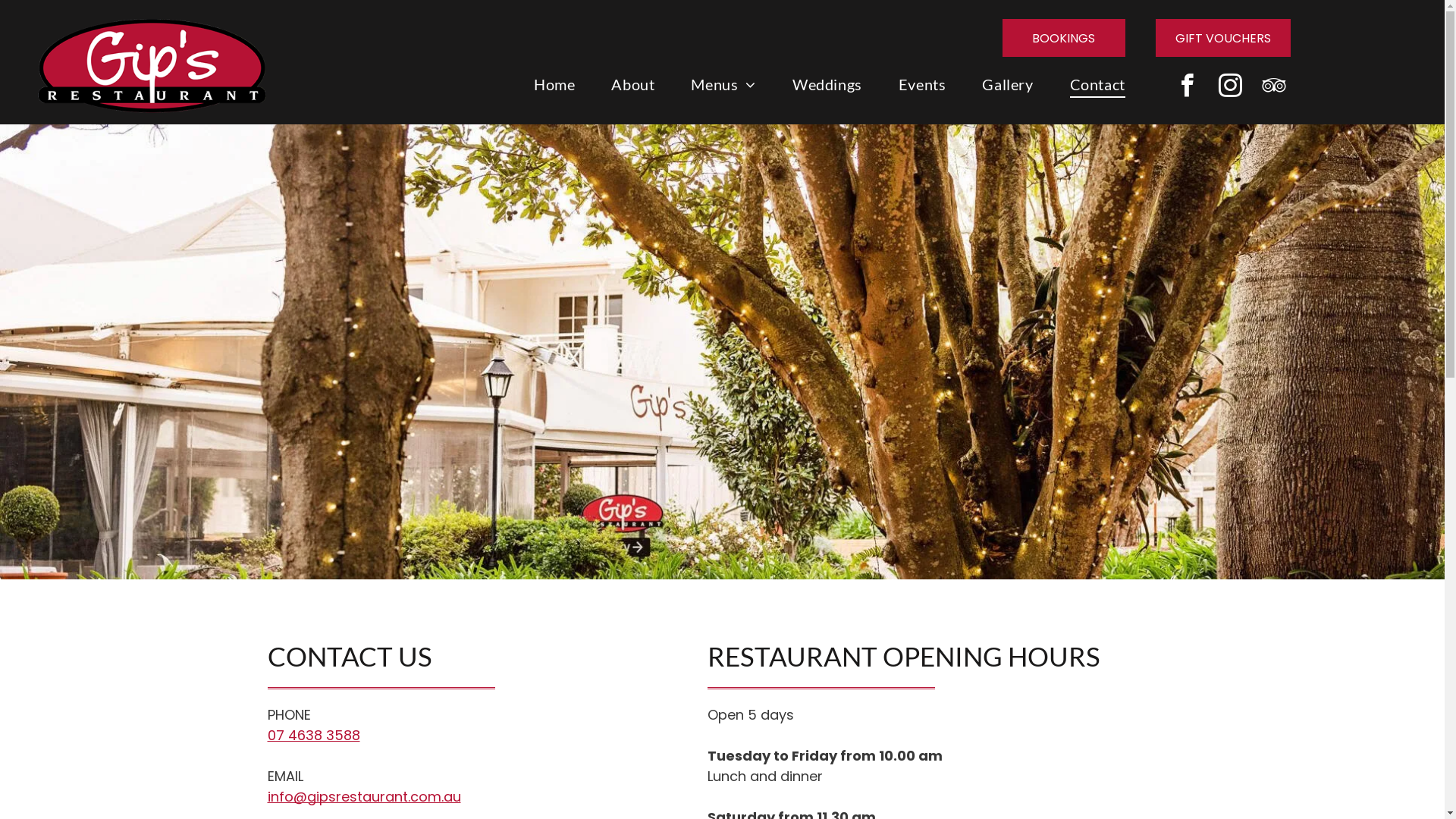  Describe the element at coordinates (1097, 84) in the screenshot. I see `'Contact'` at that location.